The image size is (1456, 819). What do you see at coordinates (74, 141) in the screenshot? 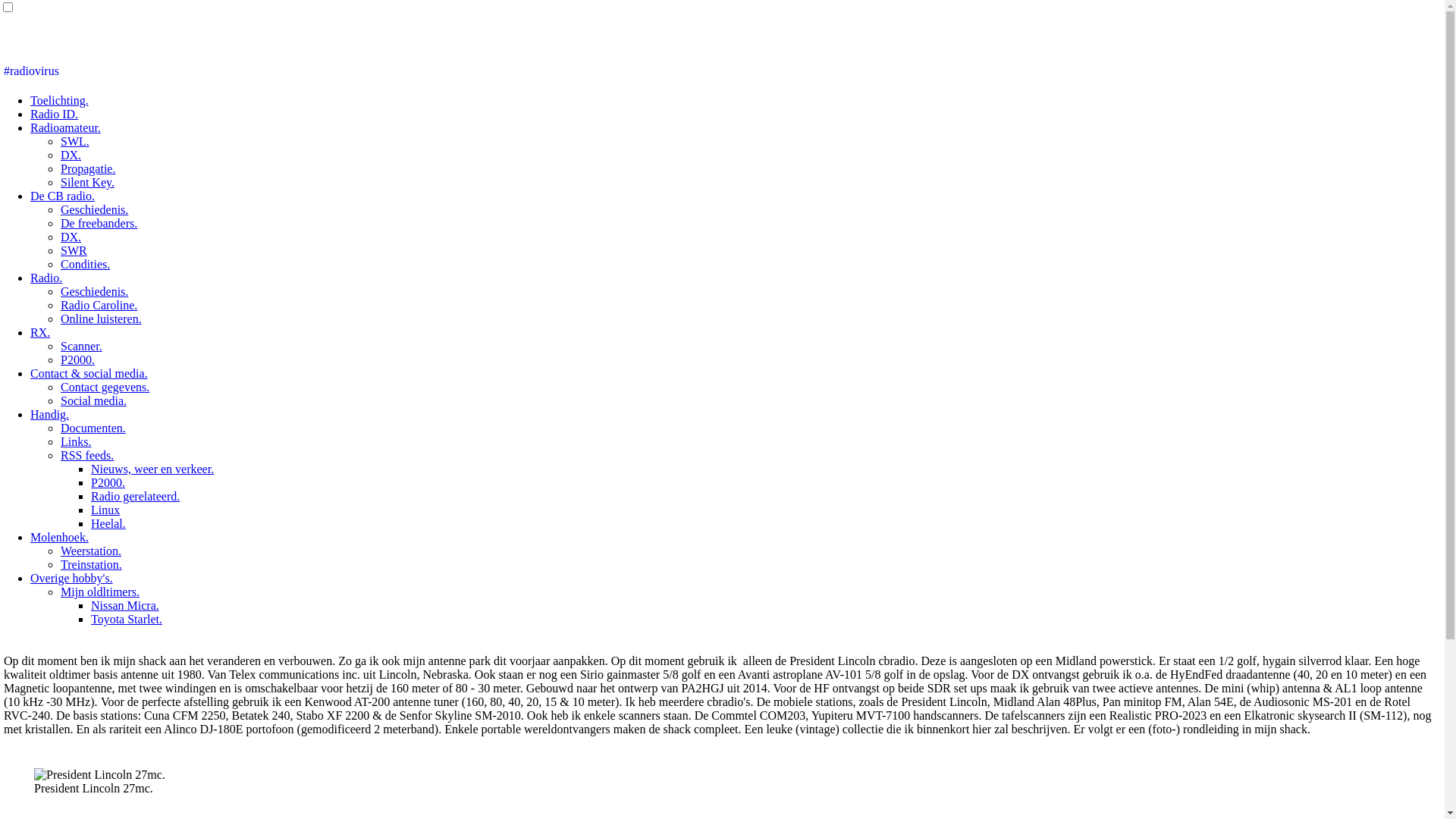
I see `'SWL.'` at bounding box center [74, 141].